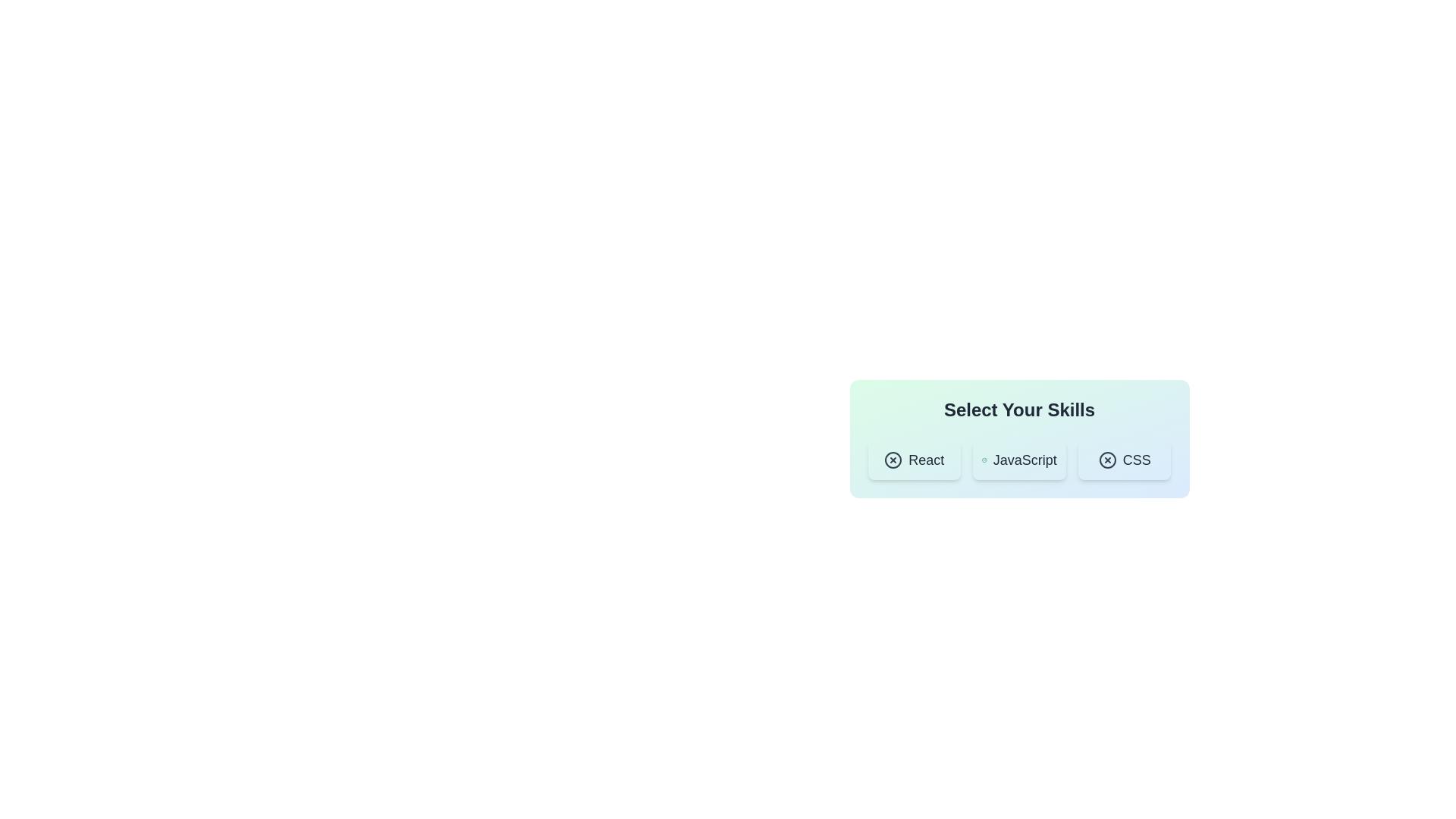 This screenshot has width=1456, height=819. Describe the element at coordinates (913, 459) in the screenshot. I see `the chip labeled React to view its hover effect` at that location.